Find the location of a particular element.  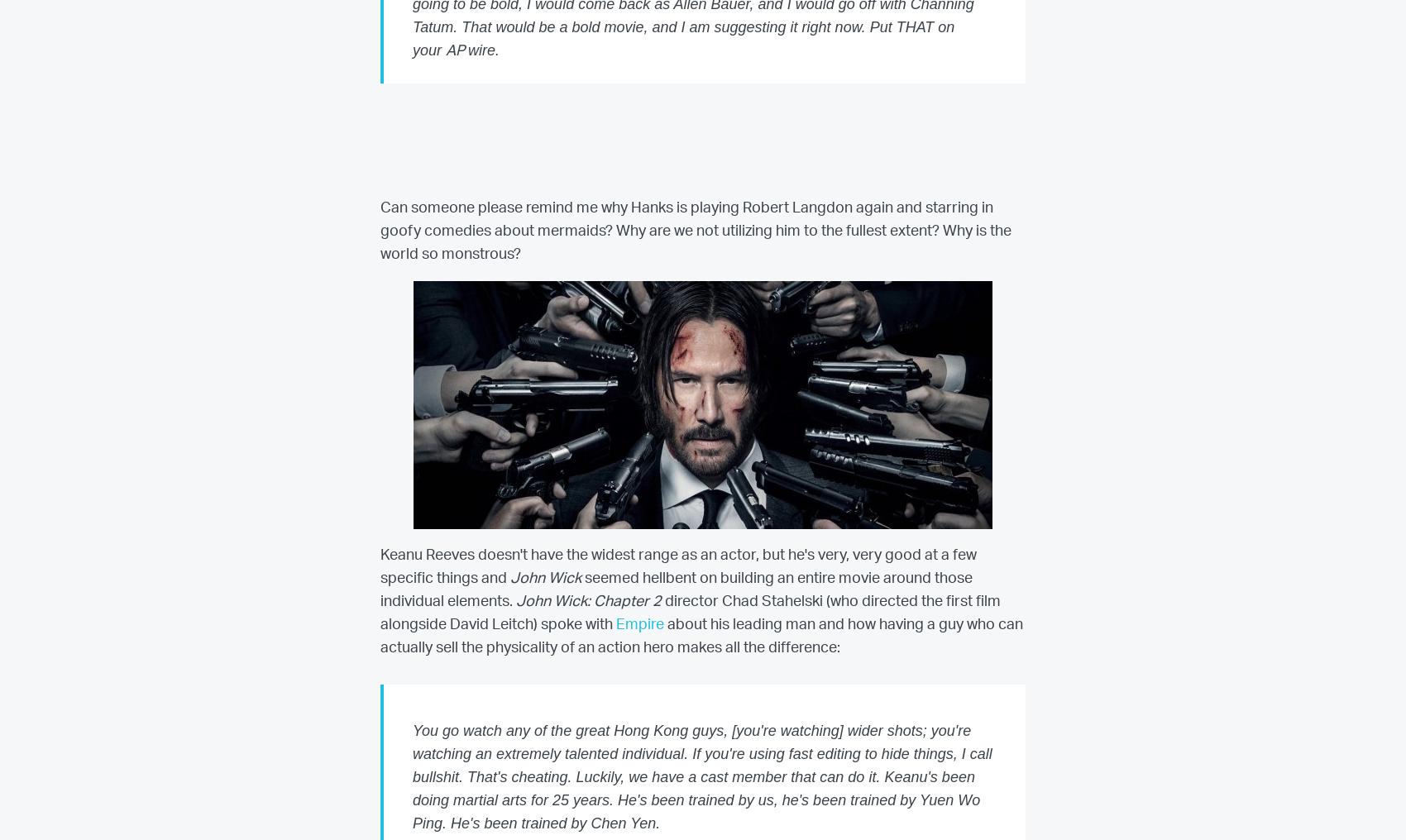

'Can someone please remind me why Hanks is playing Robert Langdon again and starring in goofy comedies about mermaids? Why are we not utilizing him to the fullest extent? Why is the world so monstrous?' is located at coordinates (695, 231).